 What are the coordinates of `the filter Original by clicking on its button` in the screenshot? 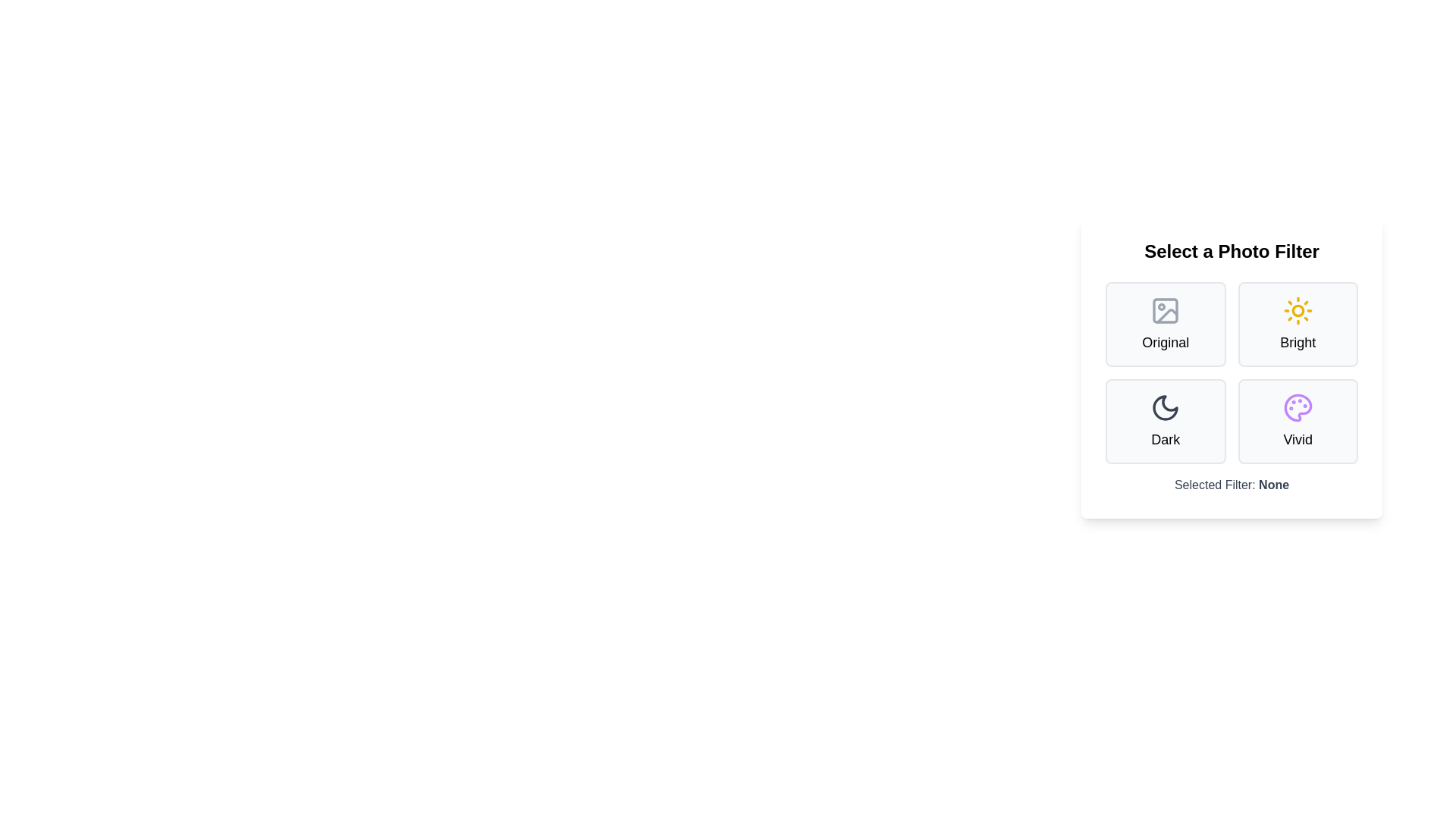 It's located at (1165, 324).